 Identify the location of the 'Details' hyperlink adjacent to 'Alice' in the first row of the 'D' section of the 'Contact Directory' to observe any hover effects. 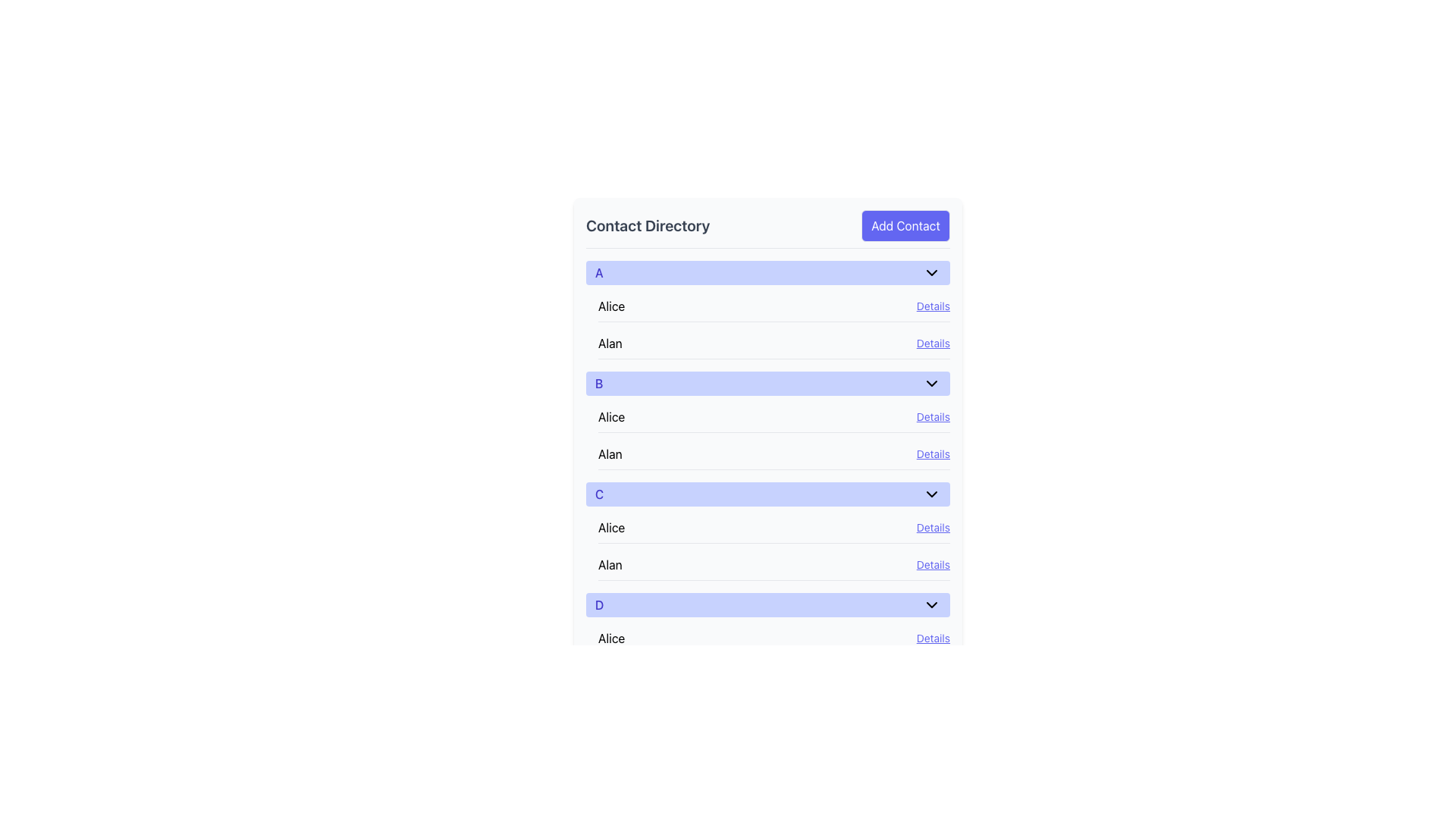
(767, 642).